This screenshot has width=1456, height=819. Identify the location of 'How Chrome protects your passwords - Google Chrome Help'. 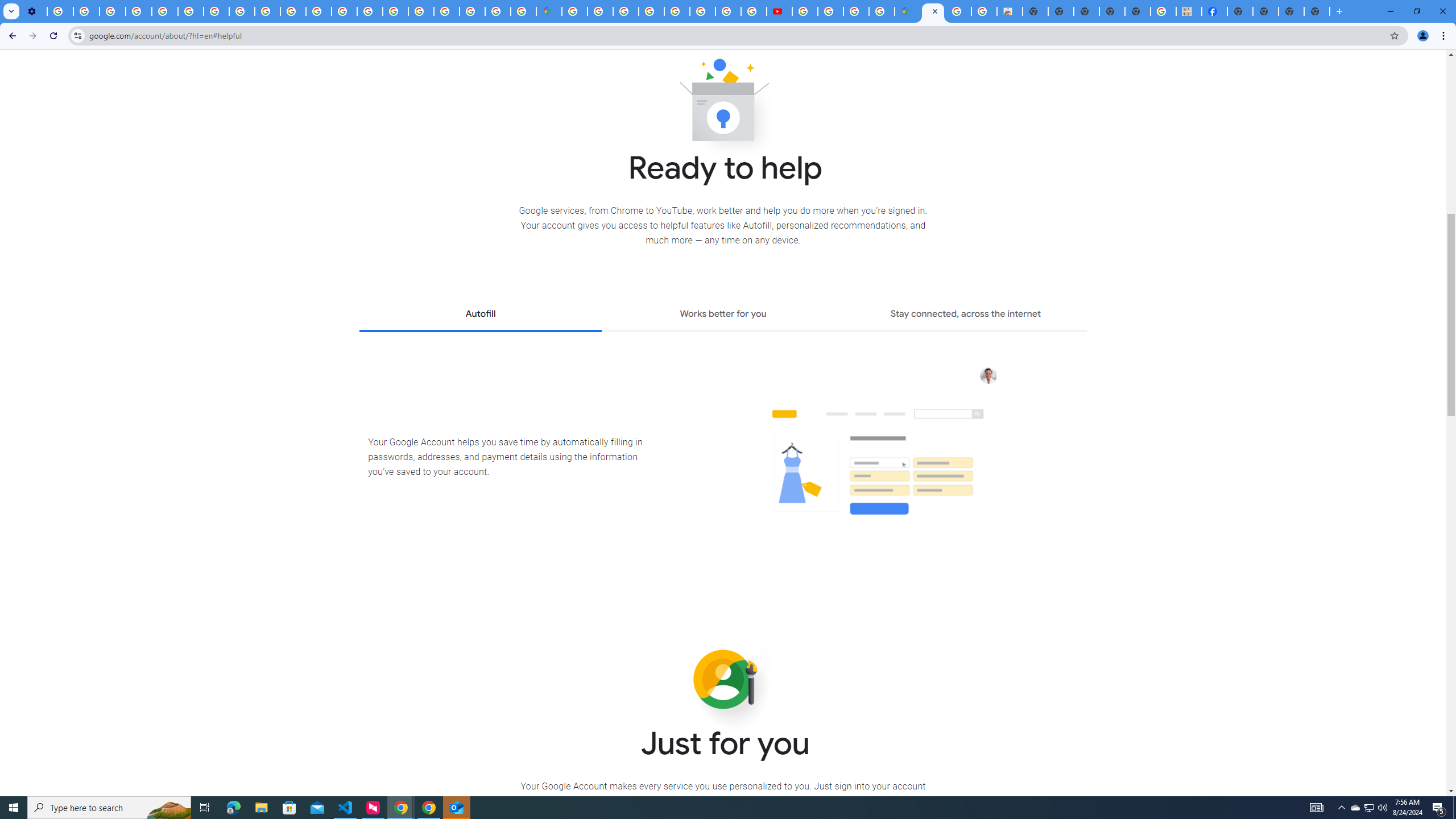
(804, 11).